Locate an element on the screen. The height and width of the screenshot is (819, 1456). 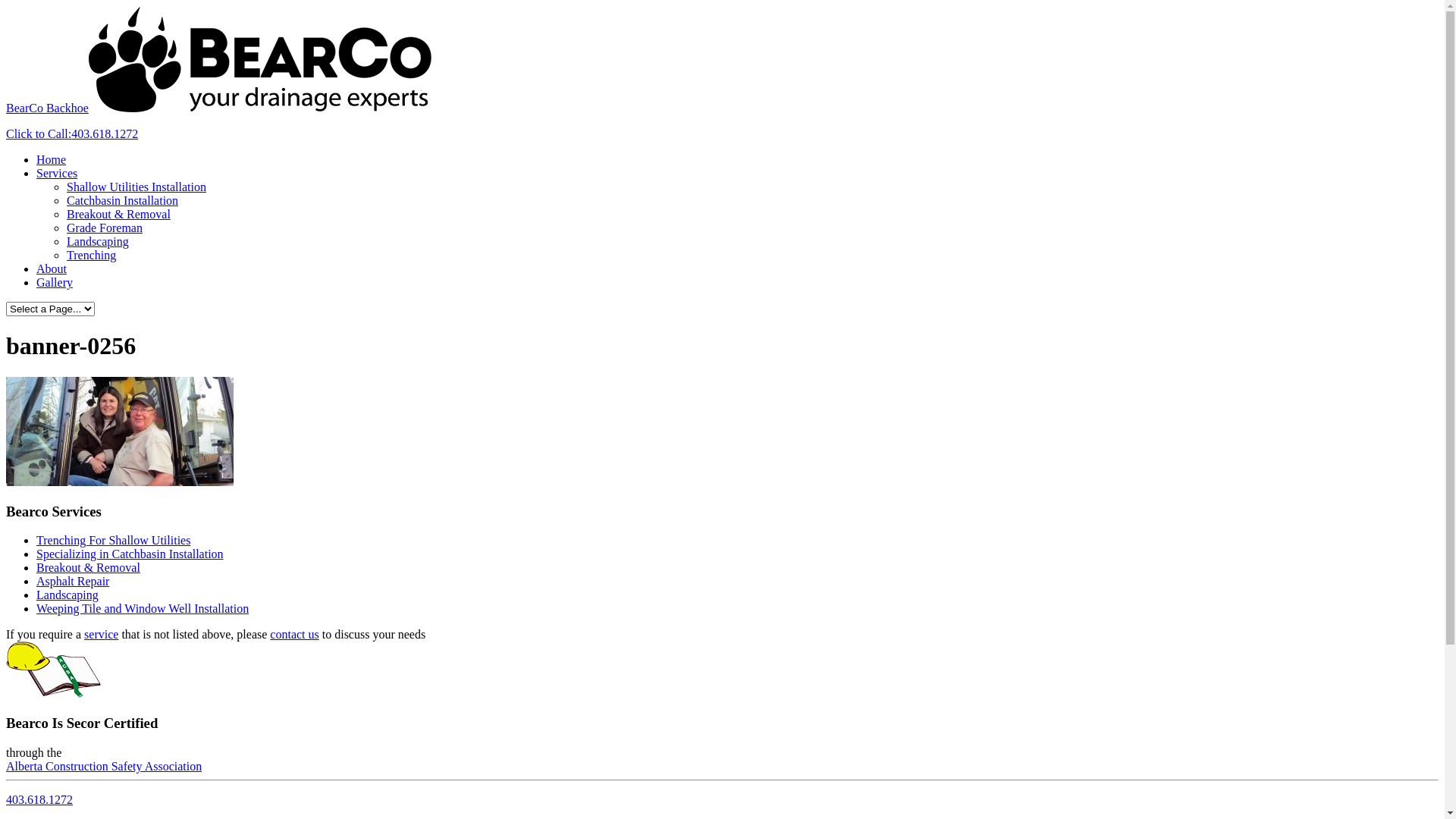
'BearCo Backhoe' is located at coordinates (6, 107).